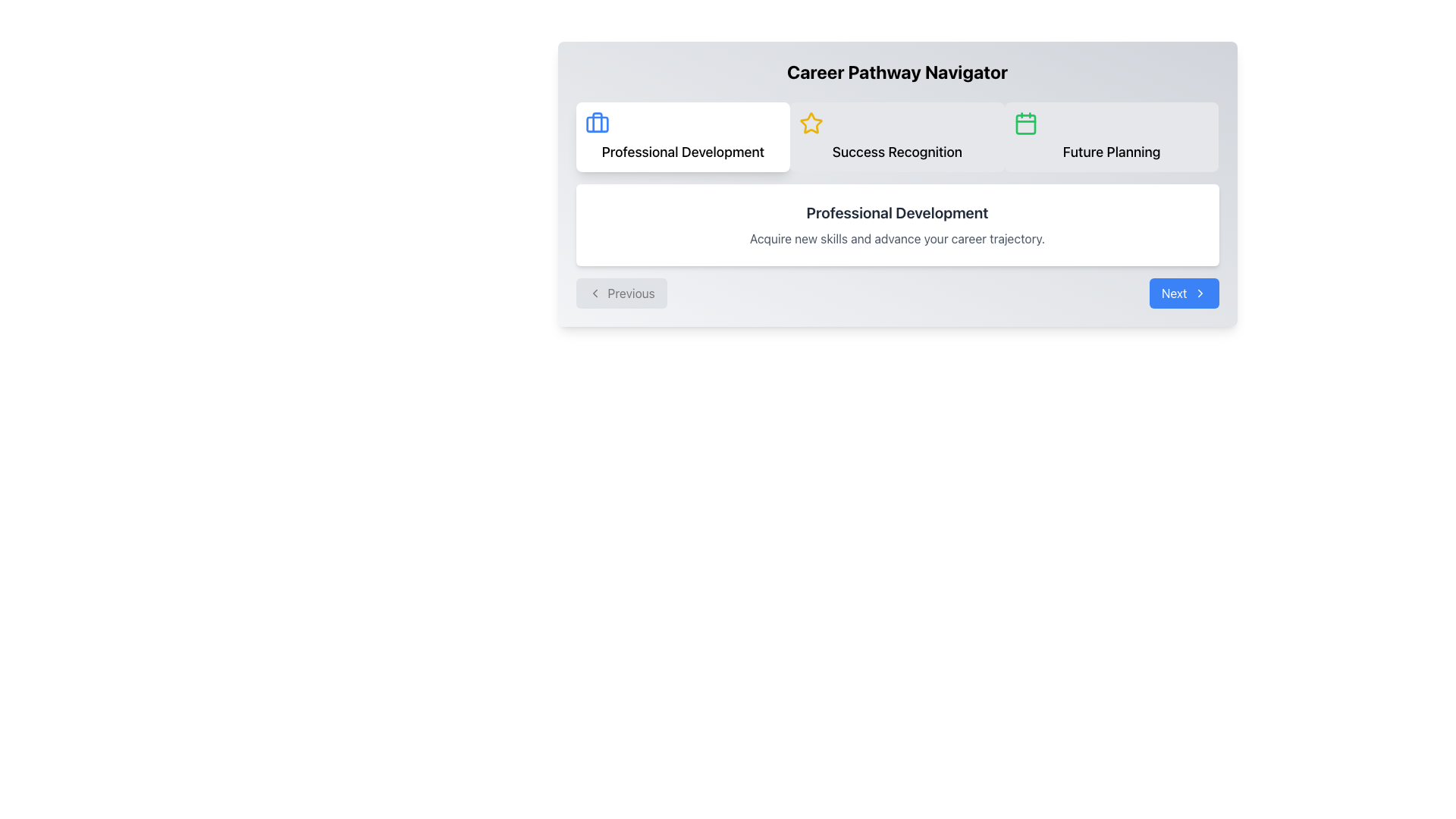 The image size is (1456, 819). Describe the element at coordinates (1025, 122) in the screenshot. I see `the 'Future Planning' icon located in the top horizontal layout bar, positioned to the right of 'Professional Development' and 'Success Recognition'` at that location.